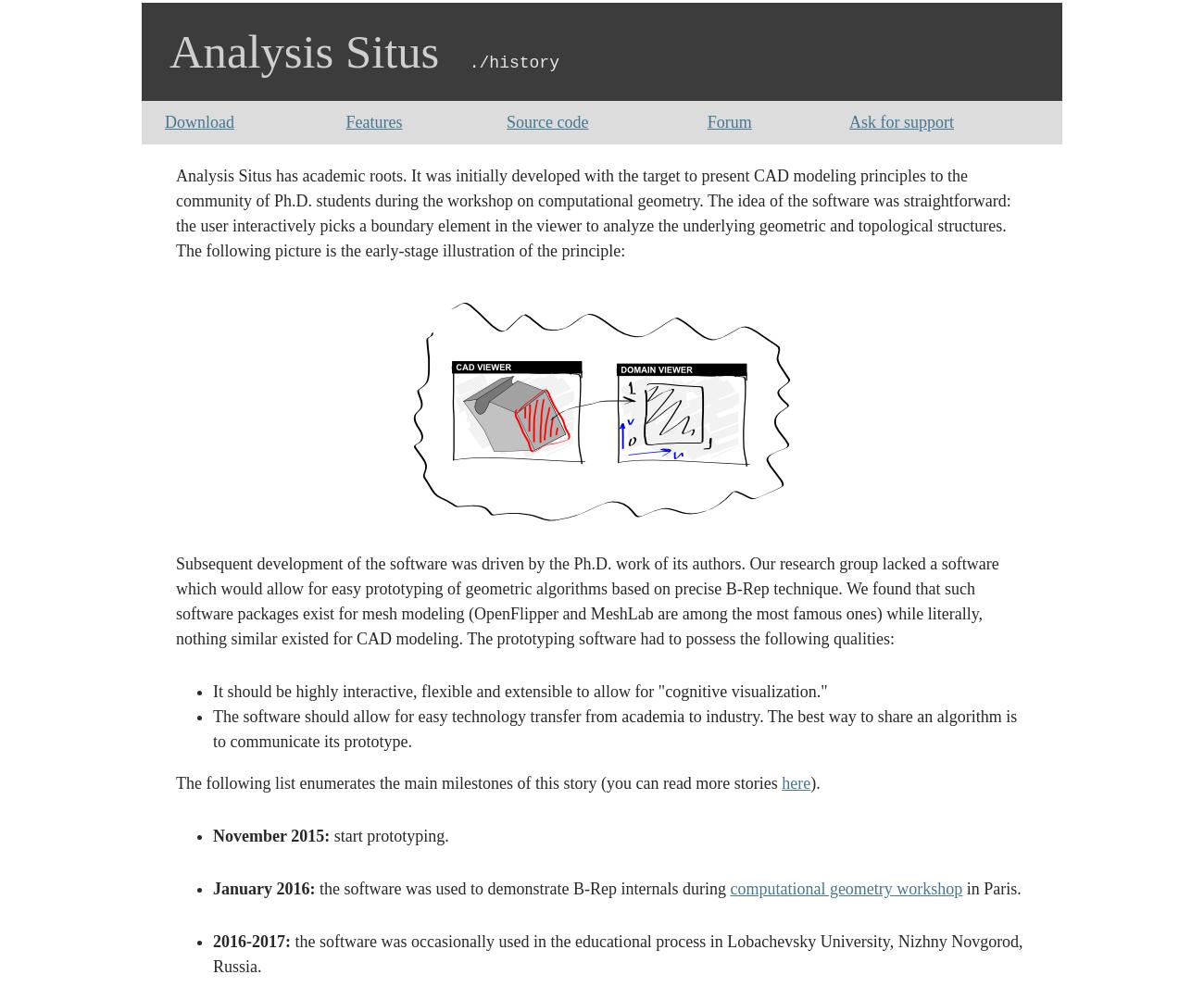 This screenshot has width=1204, height=987. What do you see at coordinates (848, 120) in the screenshot?
I see `'Ask for support'` at bounding box center [848, 120].